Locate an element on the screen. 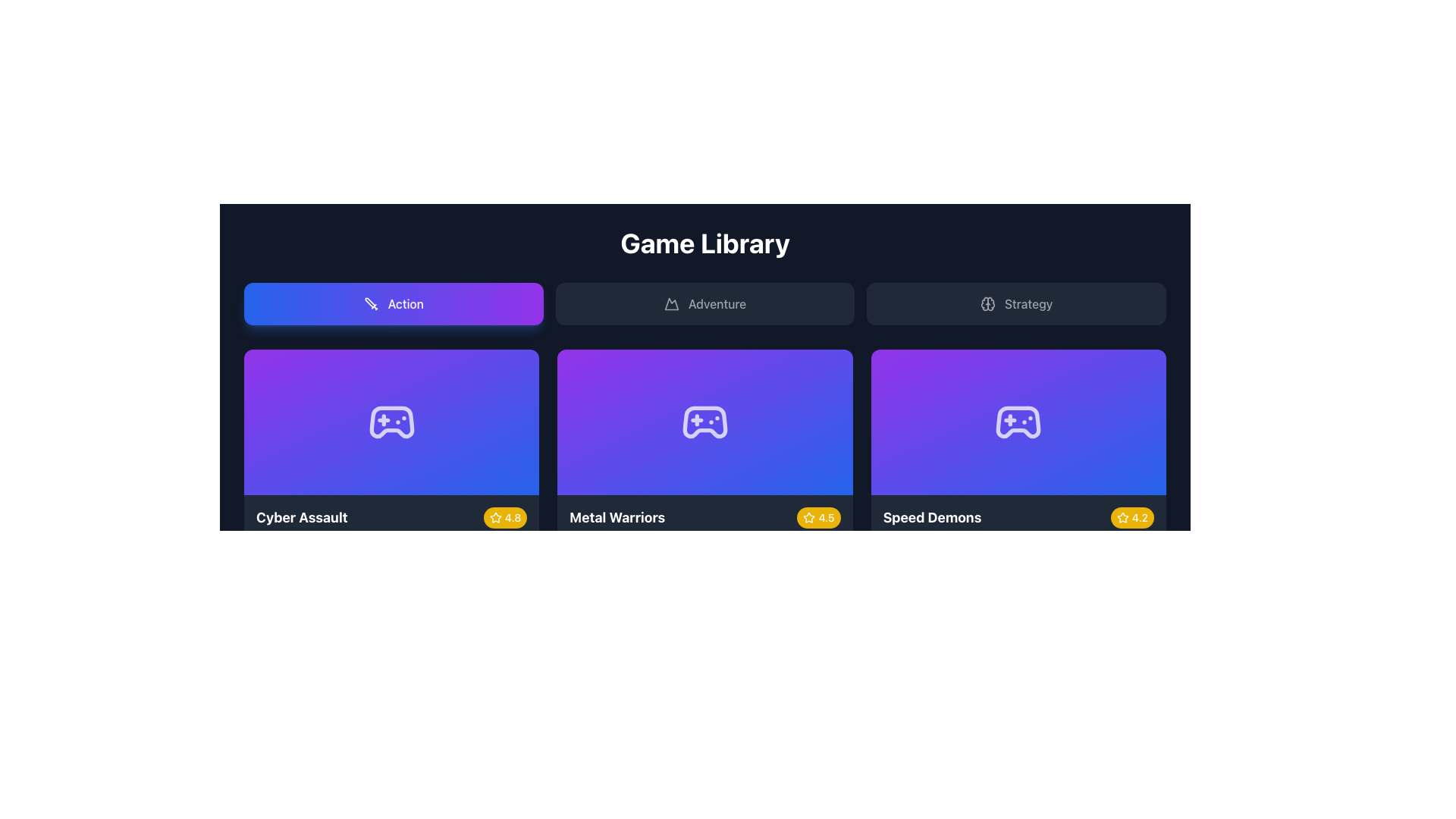 The image size is (1456, 819). the gaming controller graphic icon with a purple background located at the center of the first game card in the 'Game Library' interface under the 'Action' category is located at coordinates (391, 422).